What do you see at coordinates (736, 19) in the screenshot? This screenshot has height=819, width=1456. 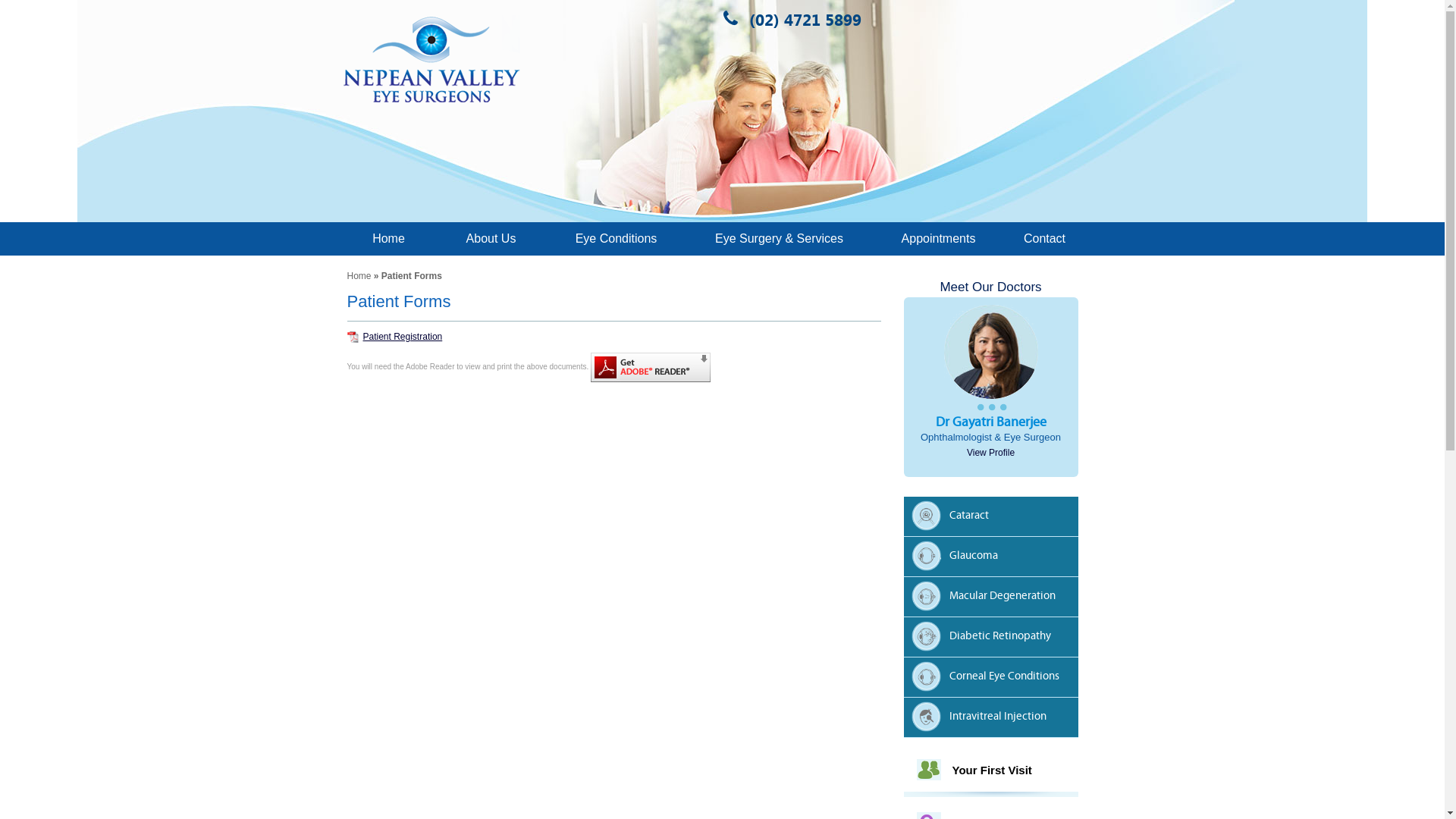 I see `'(02) 4721 5899'` at bounding box center [736, 19].